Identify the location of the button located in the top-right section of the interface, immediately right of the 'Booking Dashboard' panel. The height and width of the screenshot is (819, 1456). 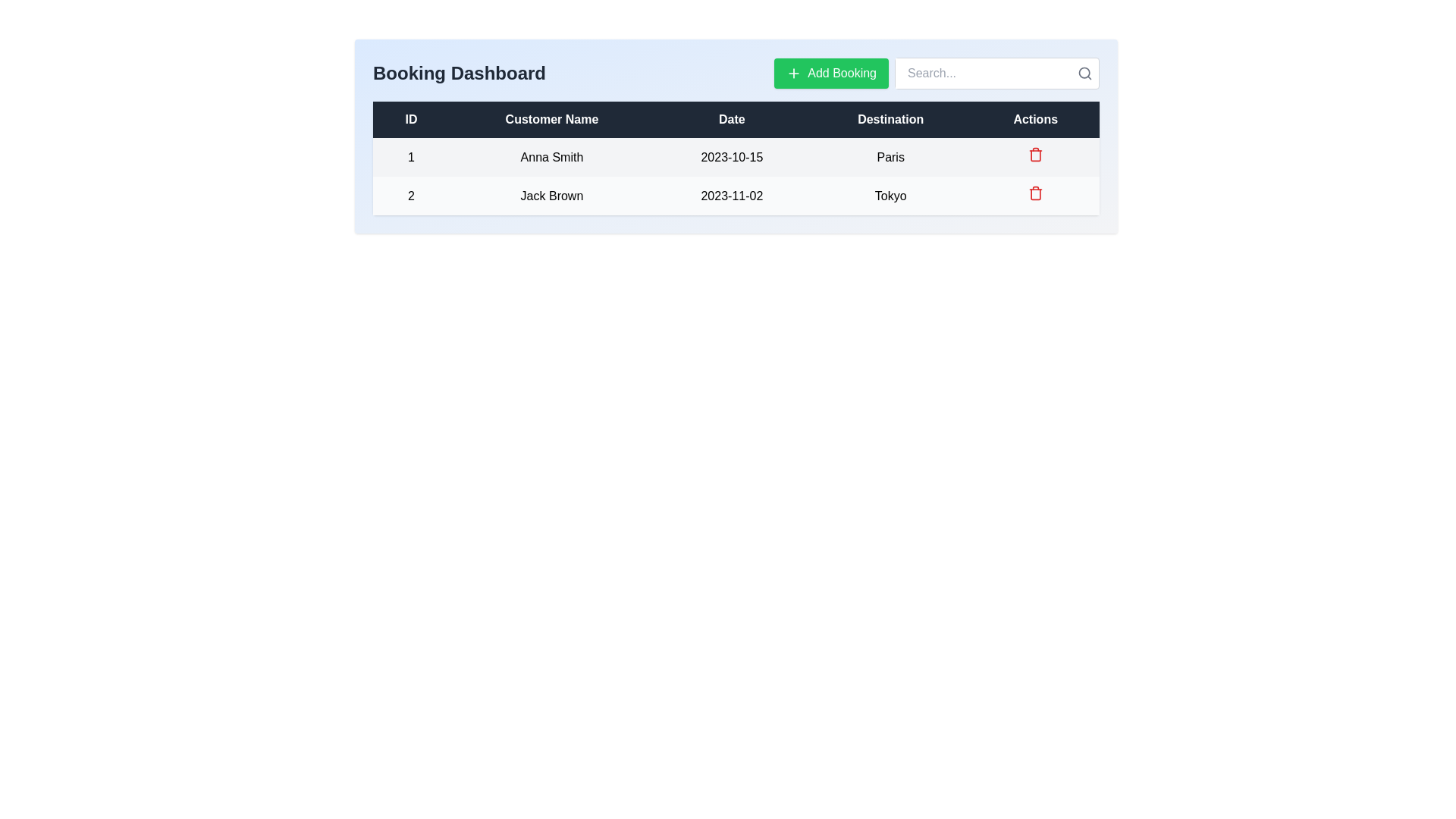
(830, 73).